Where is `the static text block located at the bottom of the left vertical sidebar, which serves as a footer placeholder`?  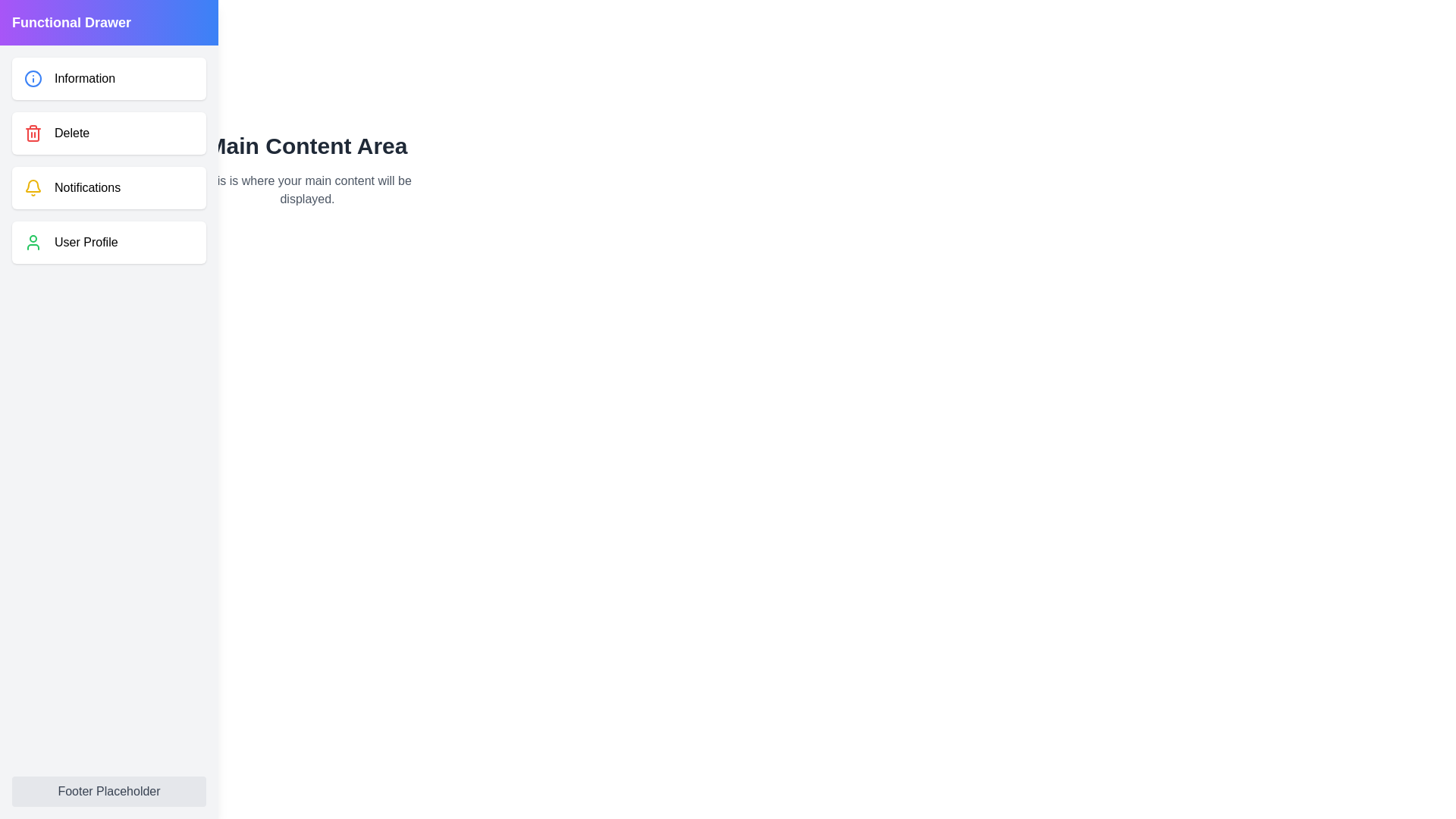 the static text block located at the bottom of the left vertical sidebar, which serves as a footer placeholder is located at coordinates (108, 791).